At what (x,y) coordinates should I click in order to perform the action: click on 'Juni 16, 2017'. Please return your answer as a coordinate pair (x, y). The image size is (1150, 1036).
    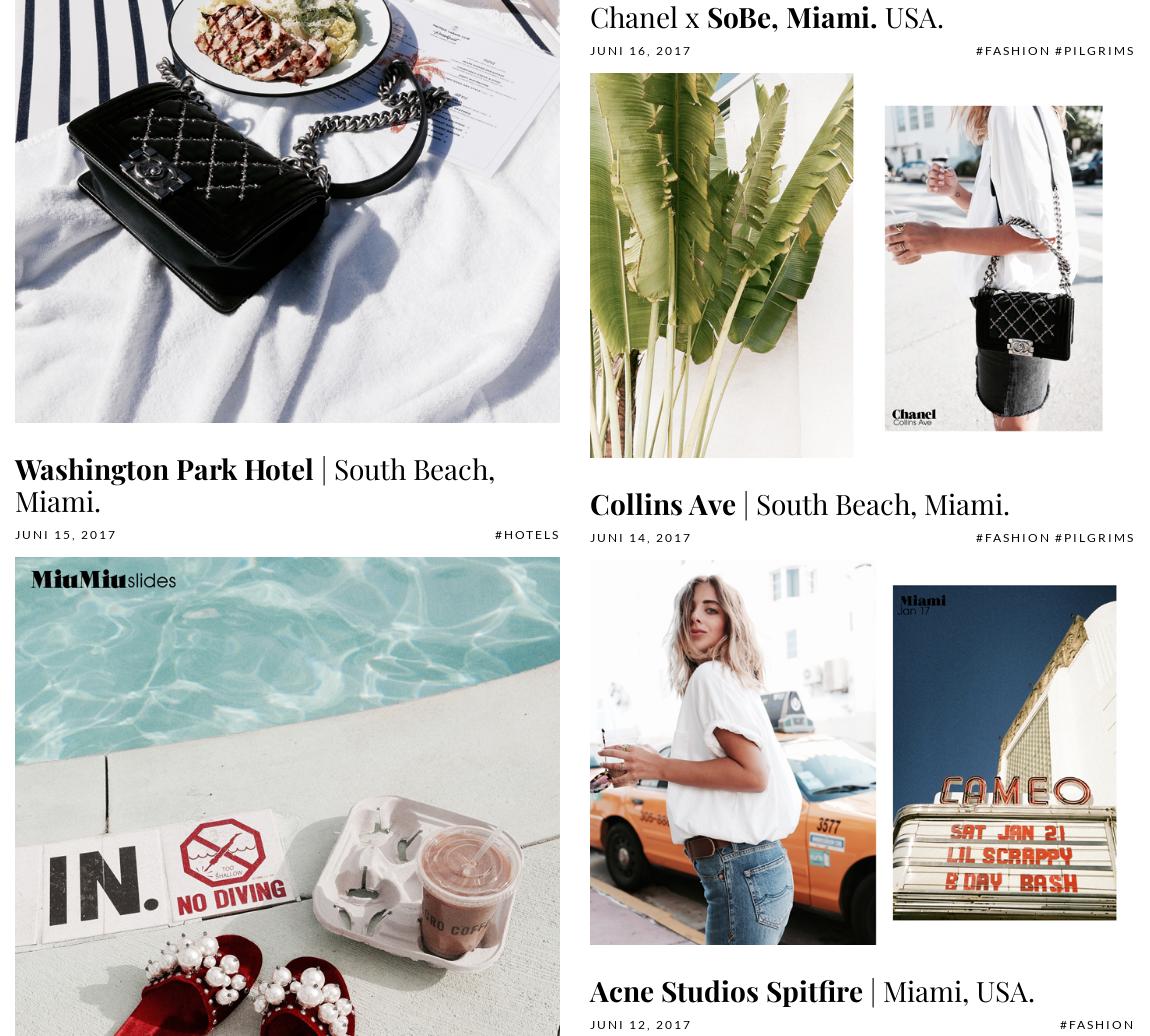
    Looking at the image, I should click on (640, 50).